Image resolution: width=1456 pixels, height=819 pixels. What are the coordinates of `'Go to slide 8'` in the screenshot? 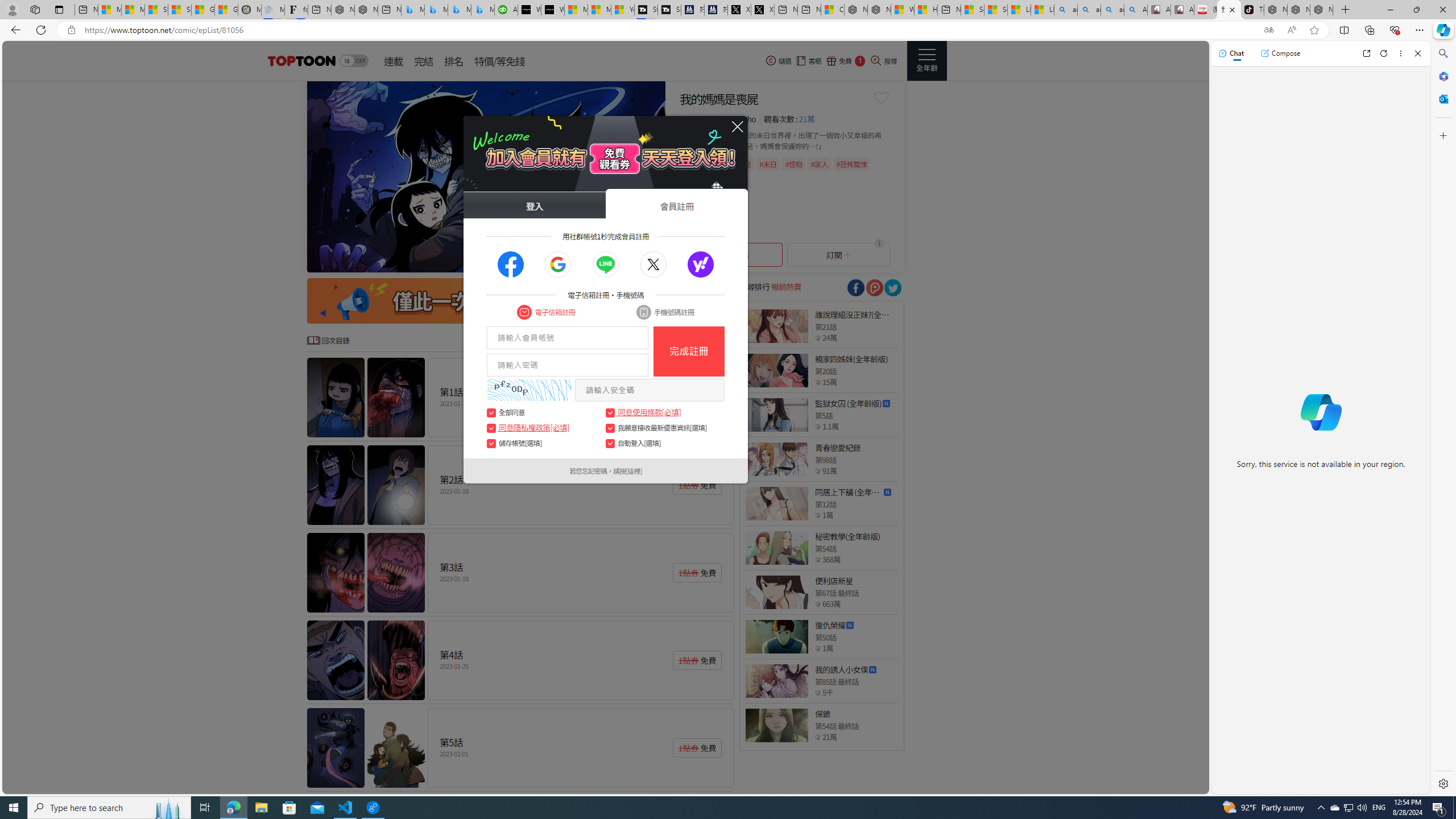 It's located at (633, 261).